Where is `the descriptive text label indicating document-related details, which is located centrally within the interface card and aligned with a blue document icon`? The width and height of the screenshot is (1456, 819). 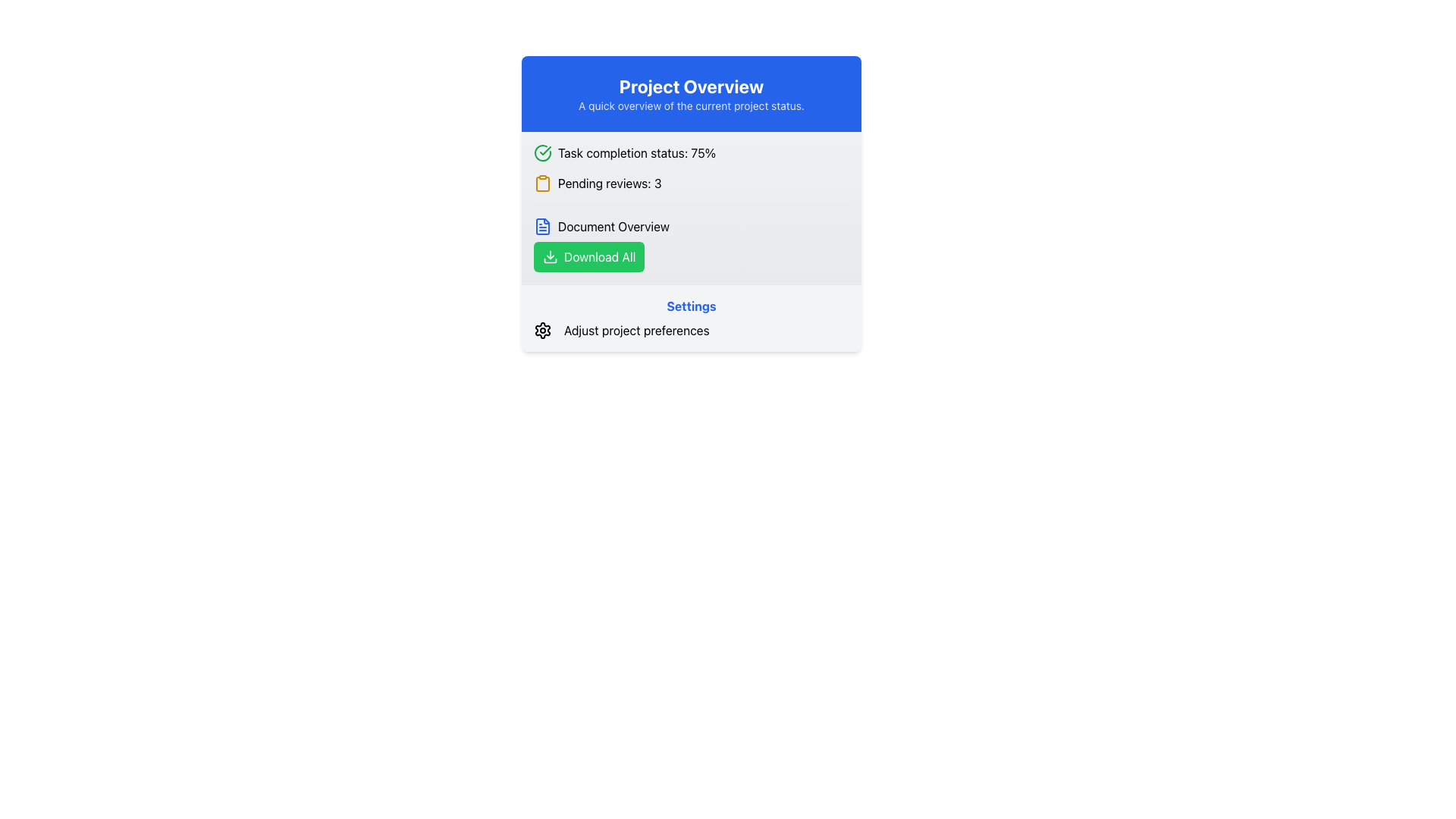
the descriptive text label indicating document-related details, which is located centrally within the interface card and aligned with a blue document icon is located at coordinates (613, 227).